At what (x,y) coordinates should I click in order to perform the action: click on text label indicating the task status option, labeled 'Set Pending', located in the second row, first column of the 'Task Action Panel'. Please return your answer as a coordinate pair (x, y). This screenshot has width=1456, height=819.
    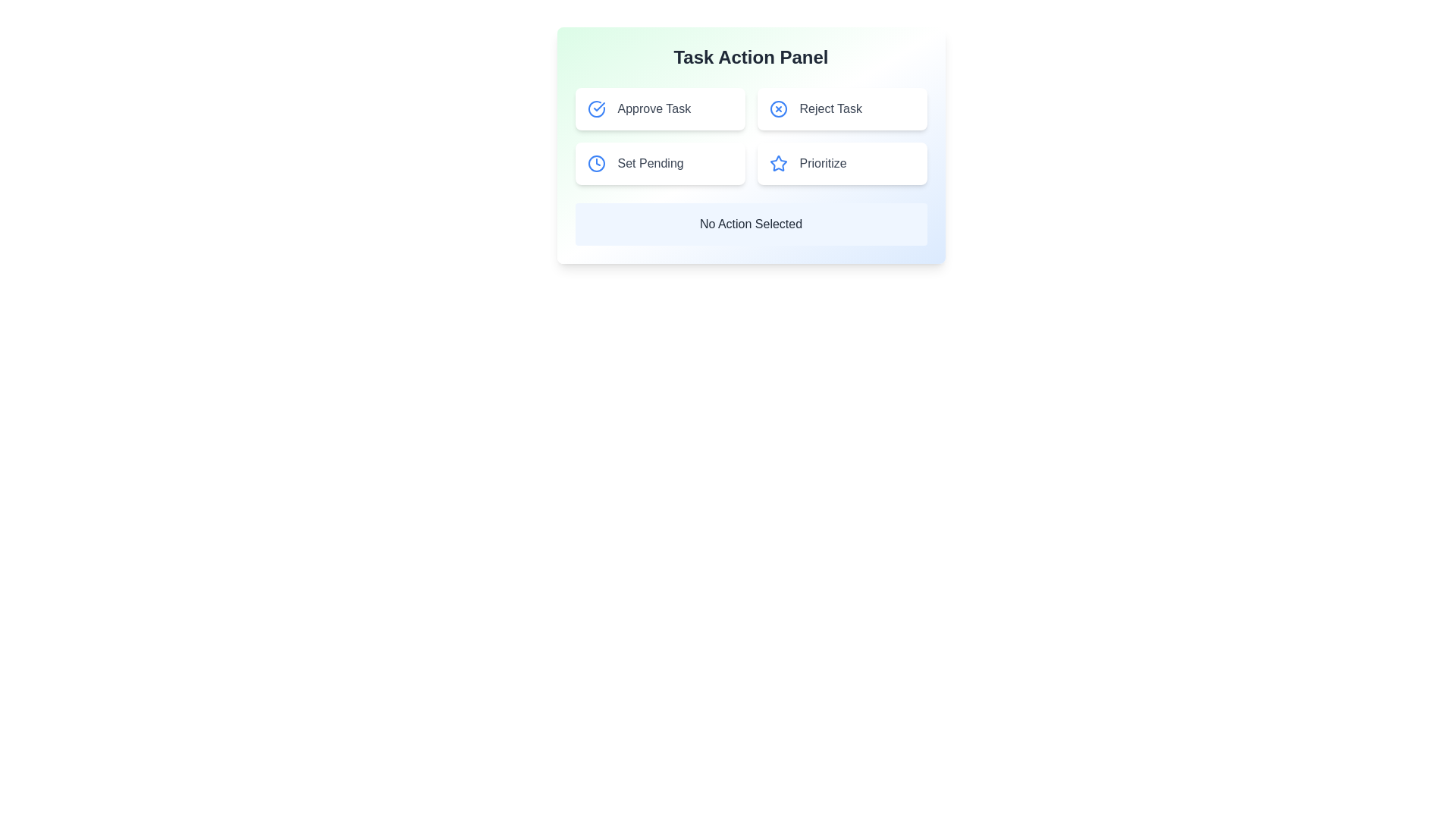
    Looking at the image, I should click on (651, 164).